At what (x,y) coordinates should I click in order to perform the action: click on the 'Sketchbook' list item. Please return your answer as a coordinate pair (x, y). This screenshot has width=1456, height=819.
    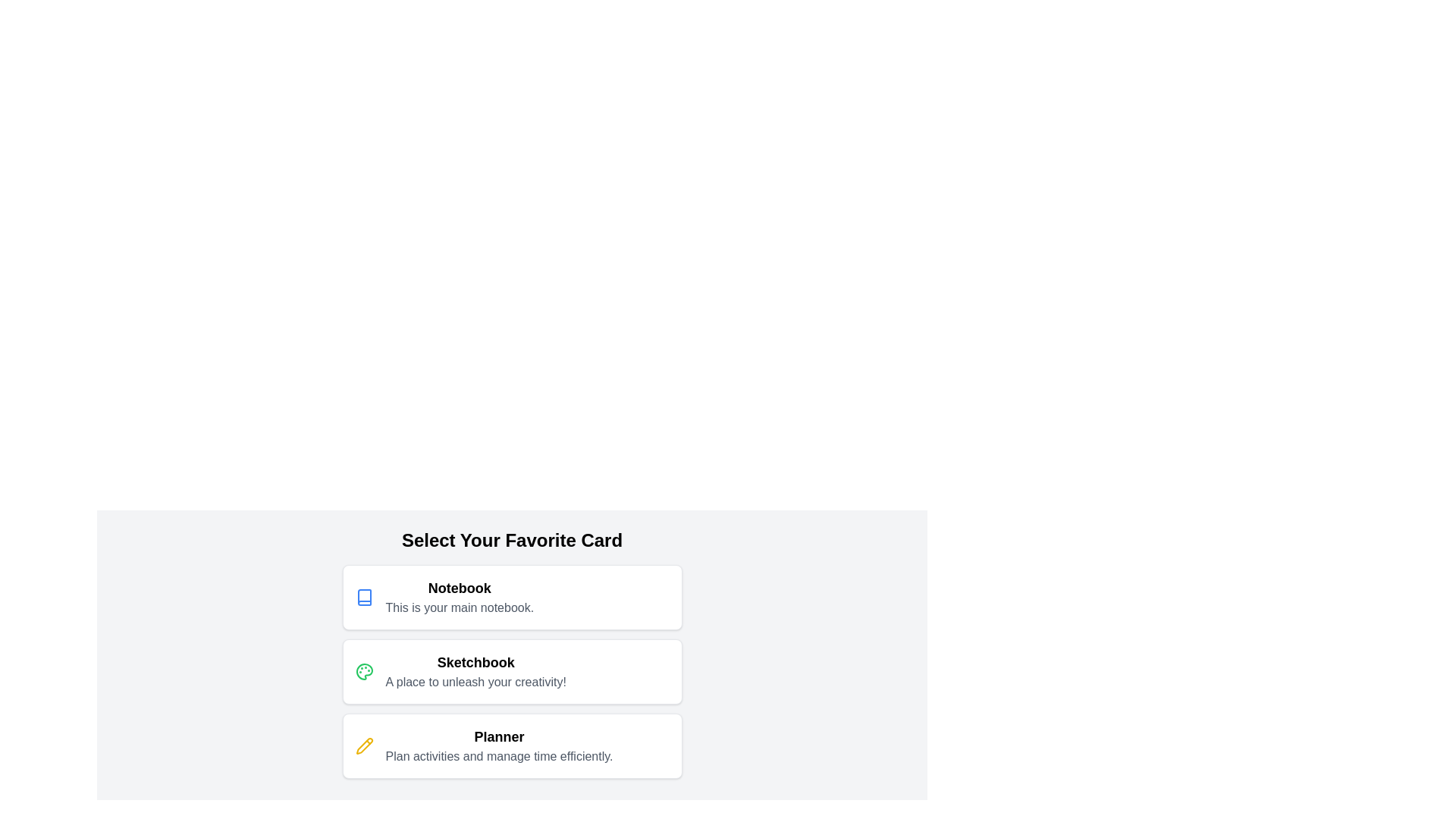
    Looking at the image, I should click on (512, 671).